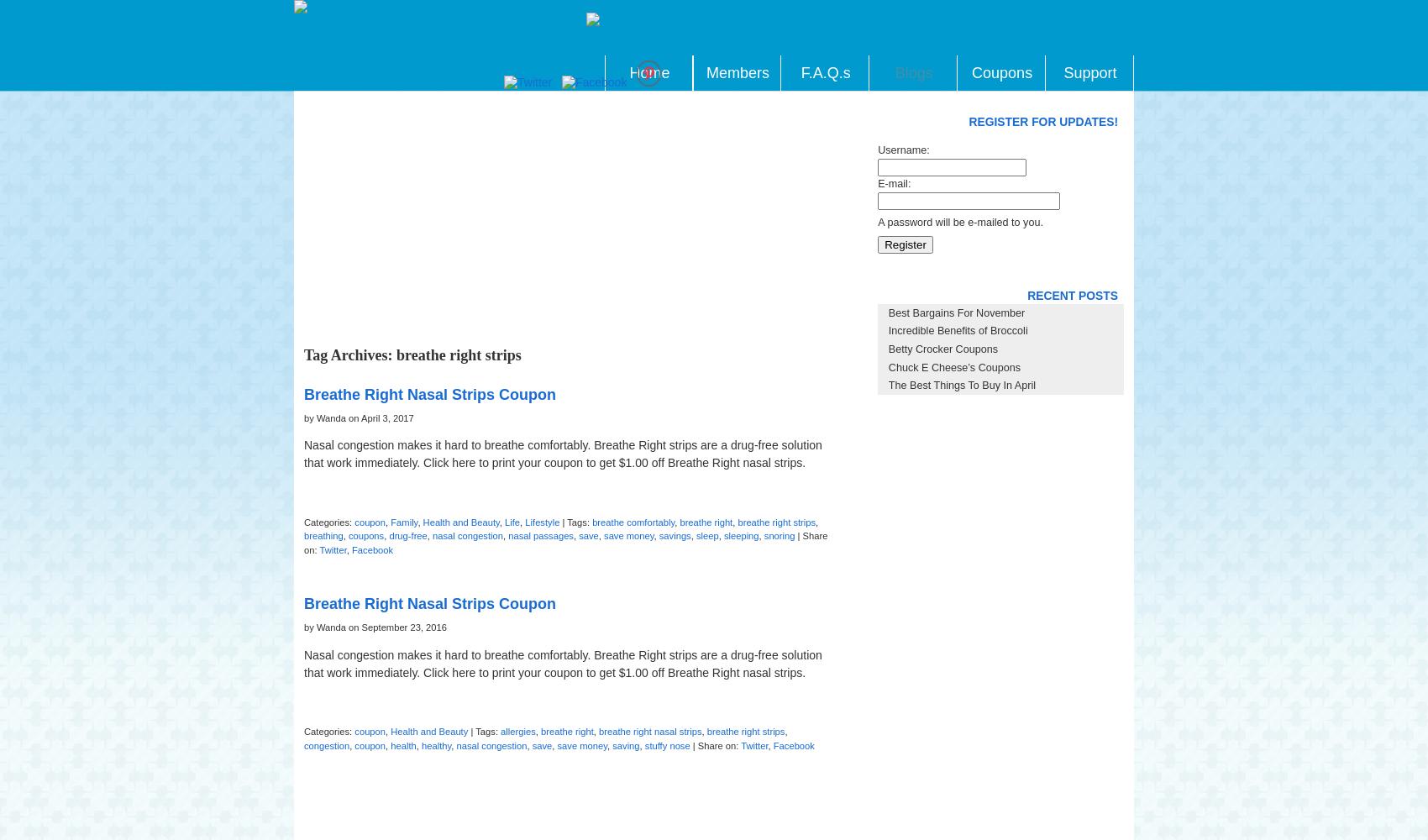 This screenshot has height=840, width=1428. Describe the element at coordinates (325, 745) in the screenshot. I see `'congestion'` at that location.